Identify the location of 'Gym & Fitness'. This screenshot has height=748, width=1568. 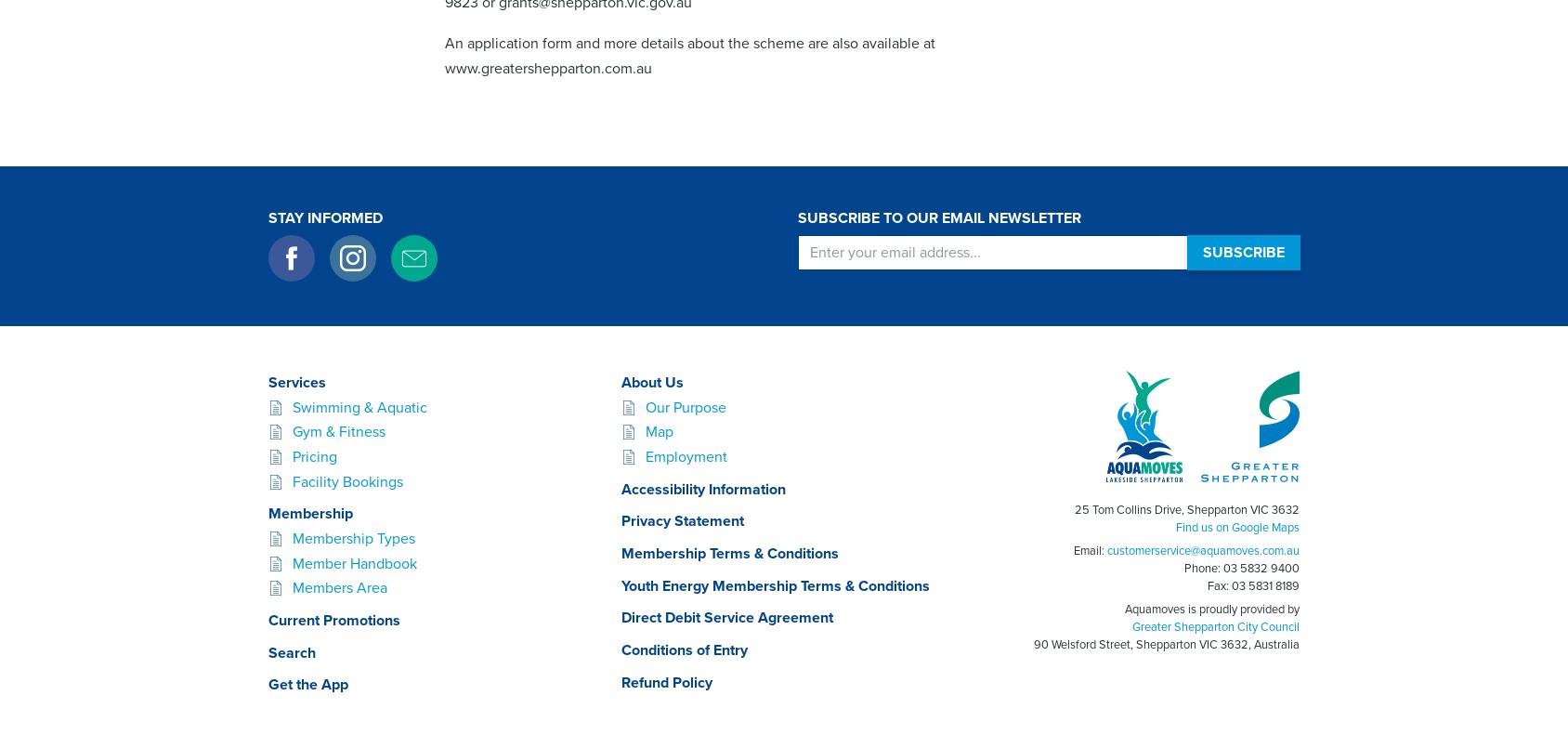
(337, 431).